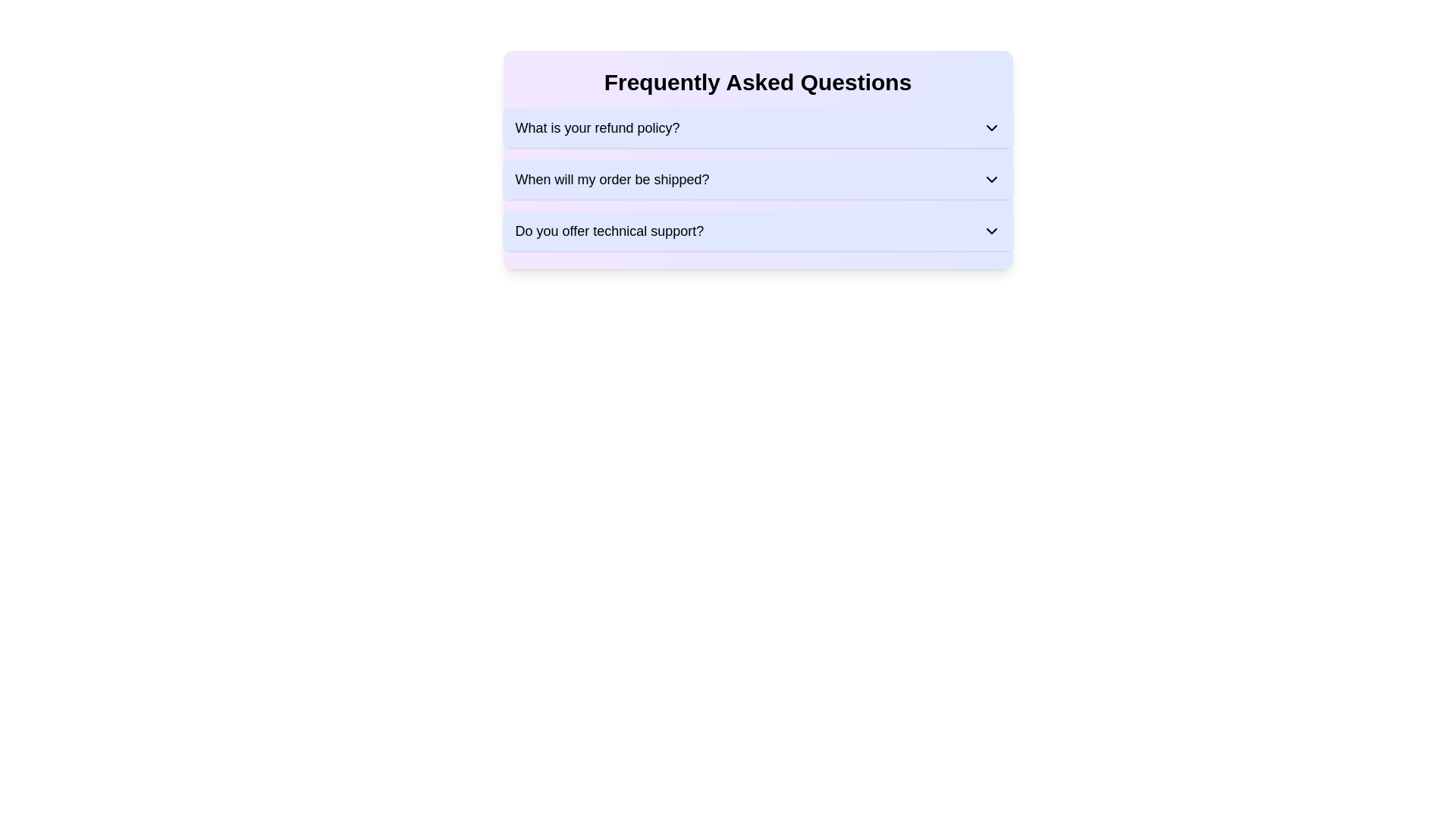  Describe the element at coordinates (991, 178) in the screenshot. I see `the chevron-down icon located at the far-right end of the row labeled 'When will my order be shipped?'` at that location.